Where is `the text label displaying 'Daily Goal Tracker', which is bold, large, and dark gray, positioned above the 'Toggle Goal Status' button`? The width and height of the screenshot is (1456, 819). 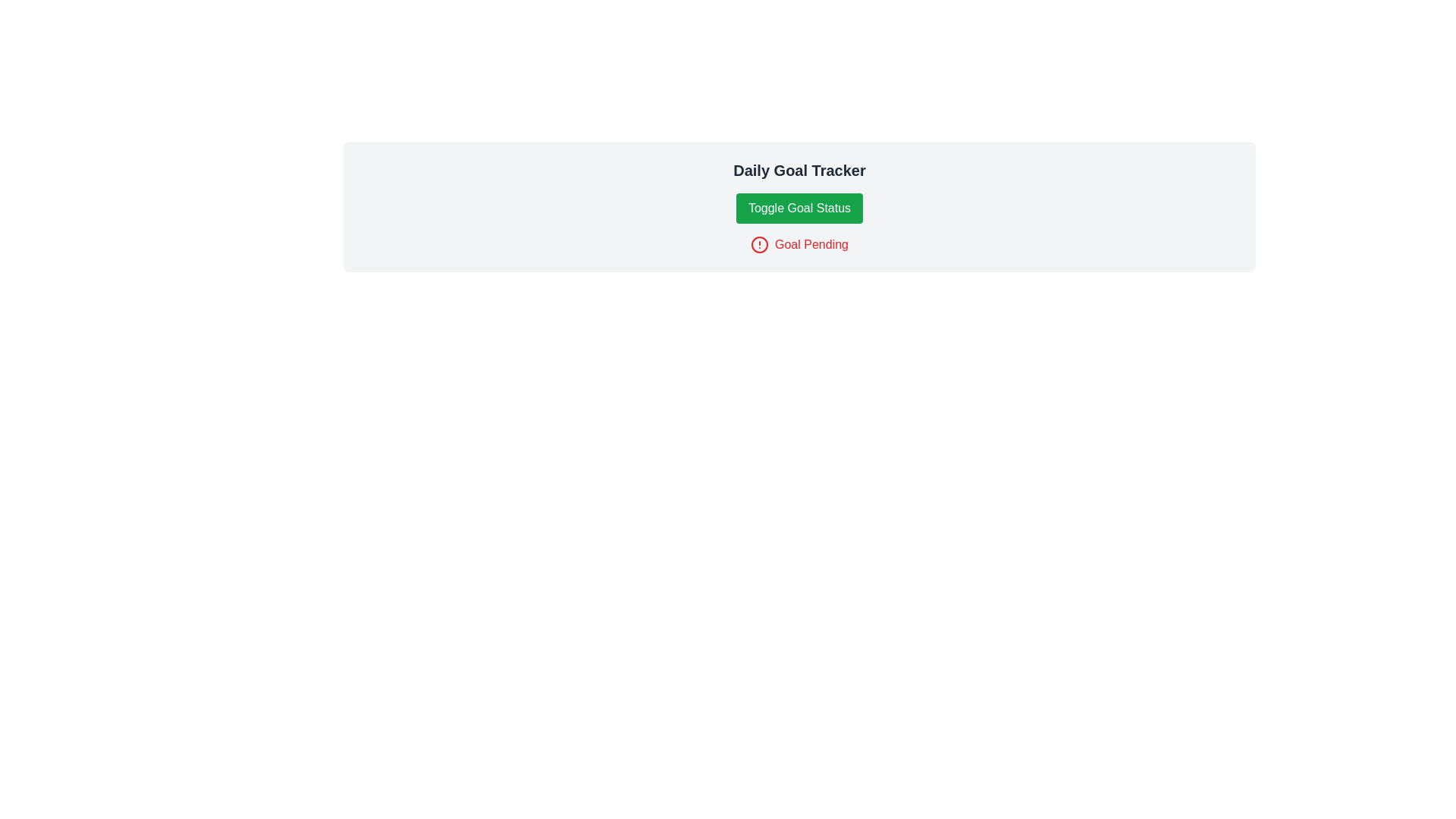
the text label displaying 'Daily Goal Tracker', which is bold, large, and dark gray, positioned above the 'Toggle Goal Status' button is located at coordinates (799, 170).